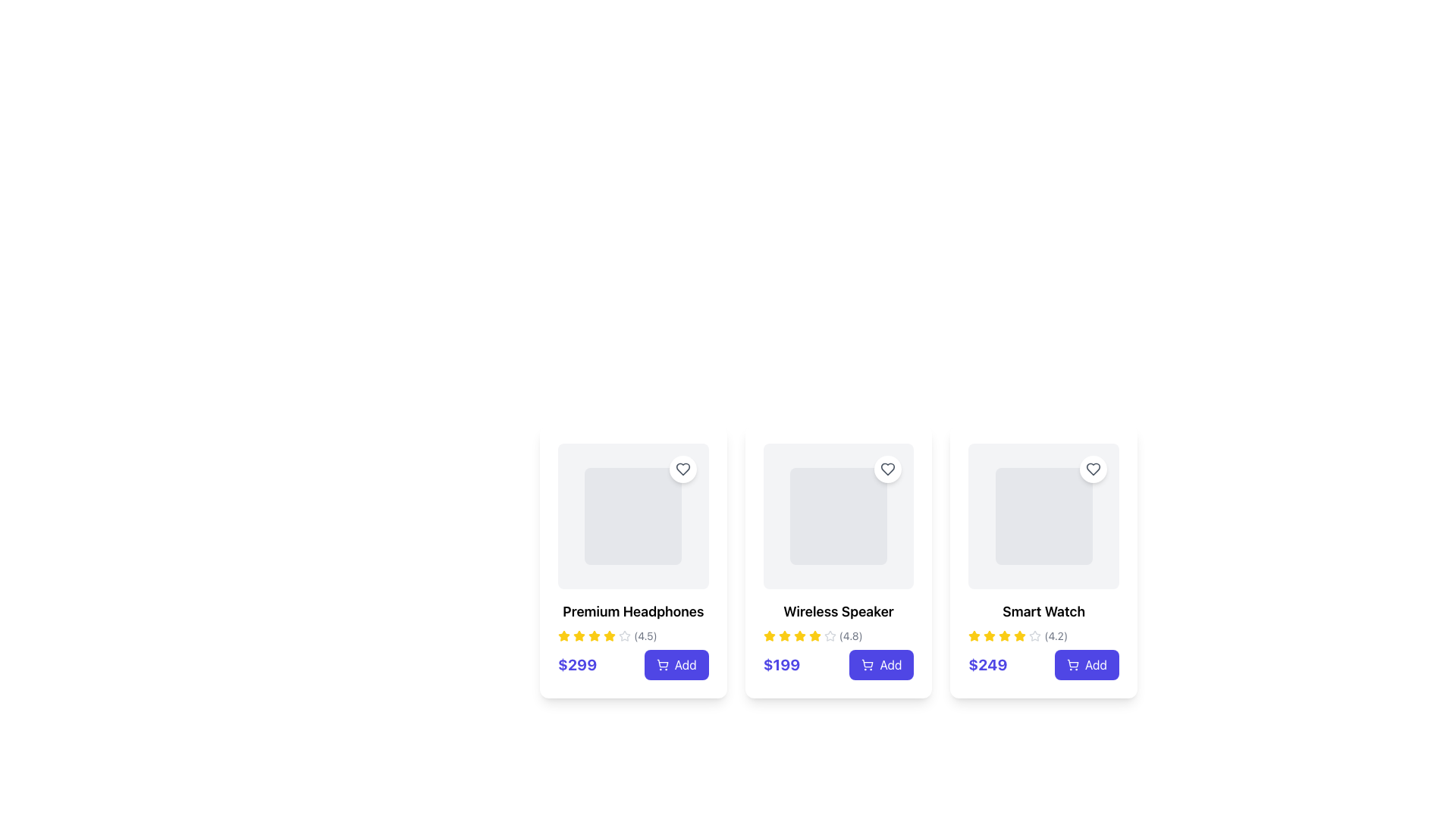 The height and width of the screenshot is (819, 1456). What do you see at coordinates (1043, 636) in the screenshot?
I see `the Rating display for the 'Smart Watch' product, which is located below the product title and above the price label` at bounding box center [1043, 636].